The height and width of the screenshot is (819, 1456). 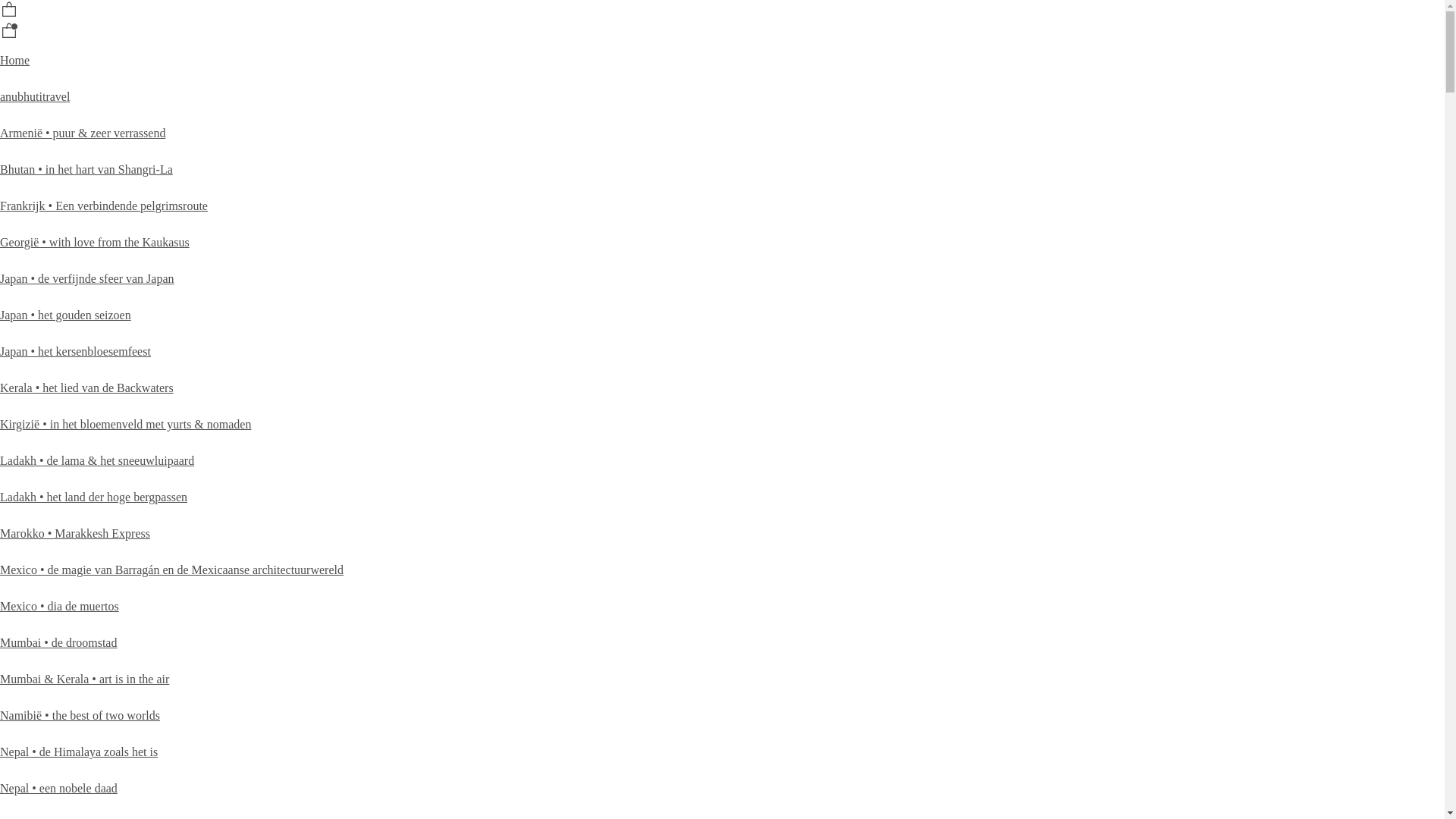 What do you see at coordinates (14, 59) in the screenshot?
I see `'Home'` at bounding box center [14, 59].